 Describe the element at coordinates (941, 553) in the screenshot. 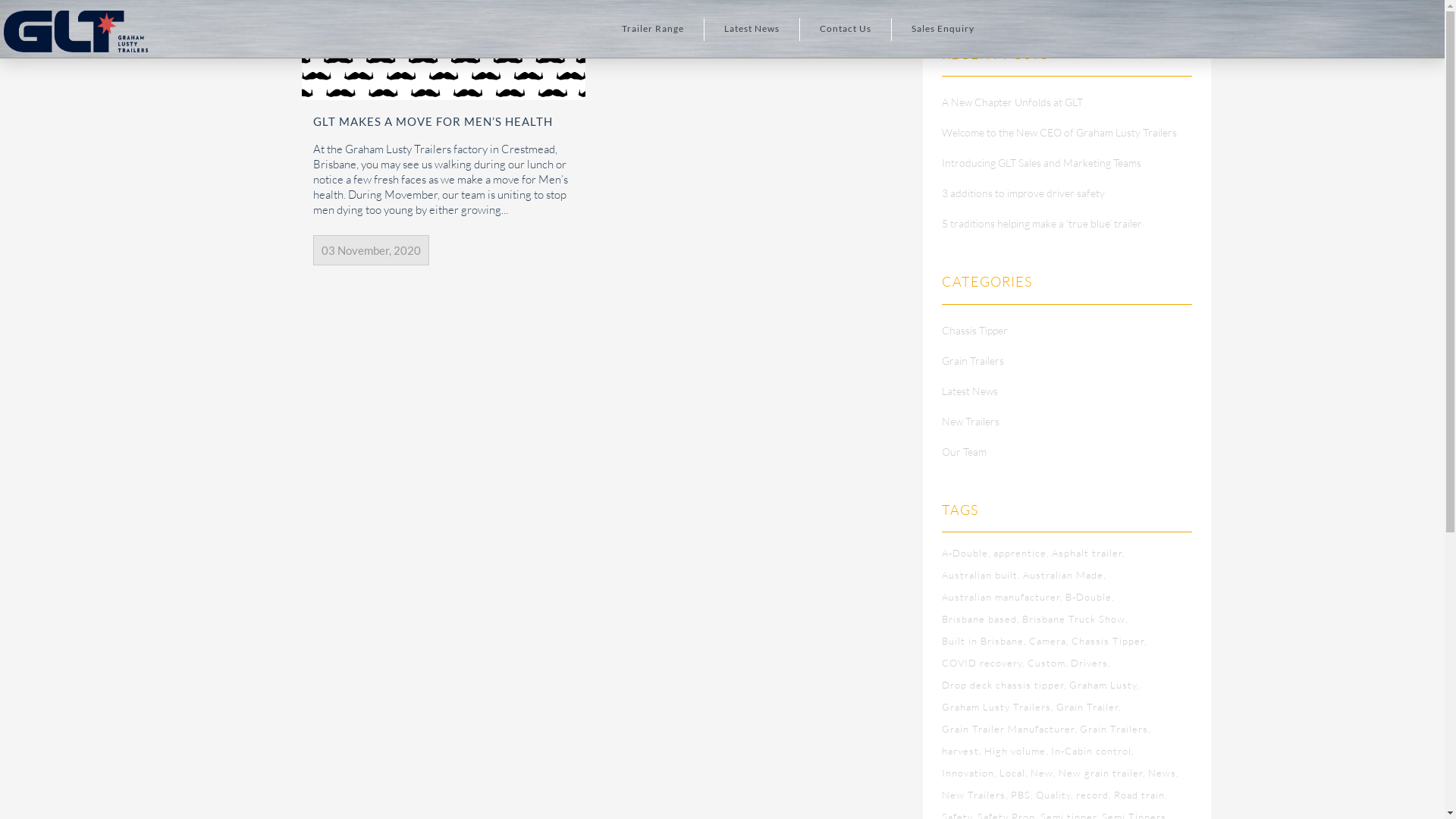

I see `'A-Double'` at that location.